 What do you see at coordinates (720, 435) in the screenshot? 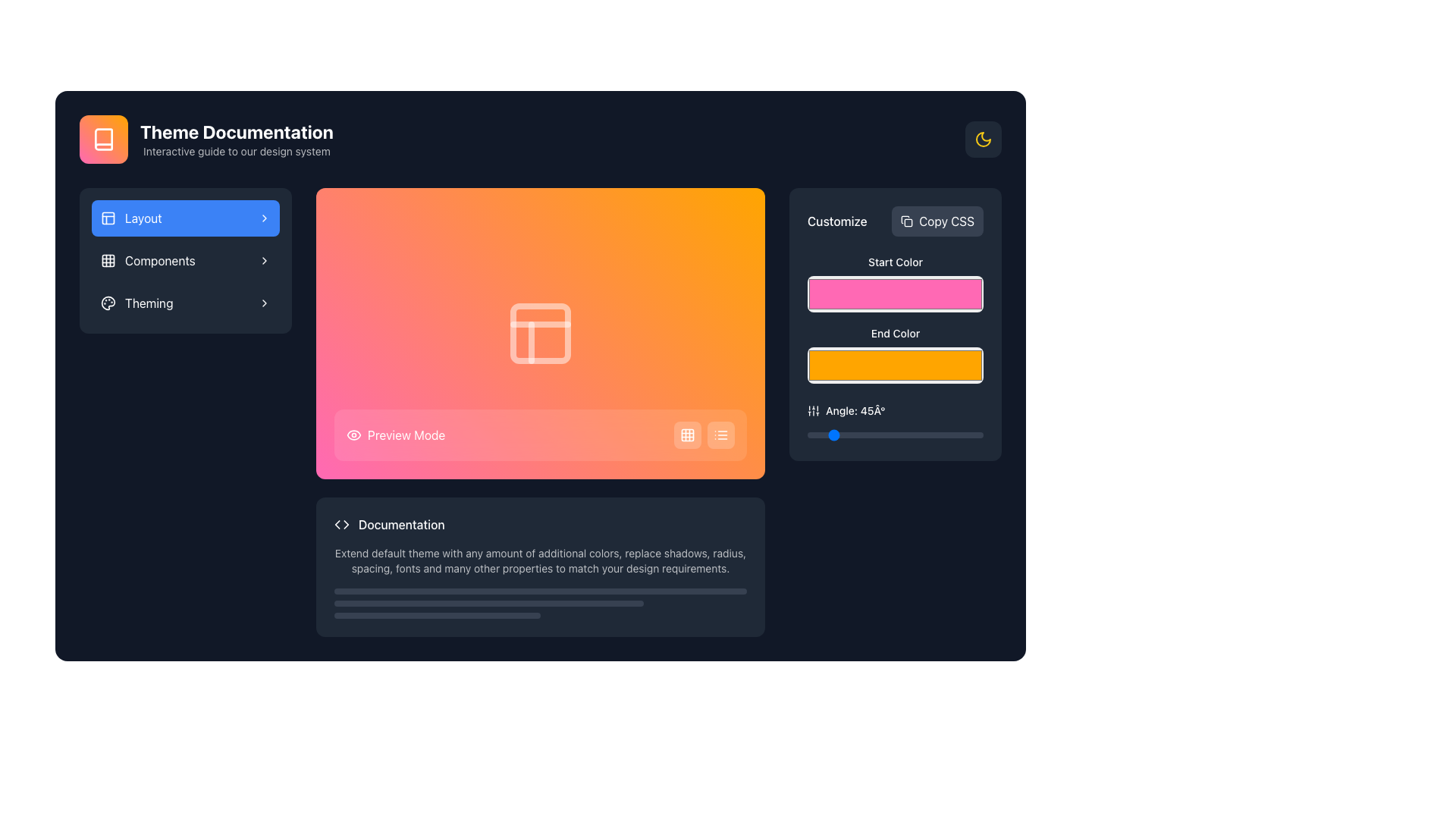
I see `the second button in the horizontal layout at the bottom-right corner of the gradient box` at bounding box center [720, 435].